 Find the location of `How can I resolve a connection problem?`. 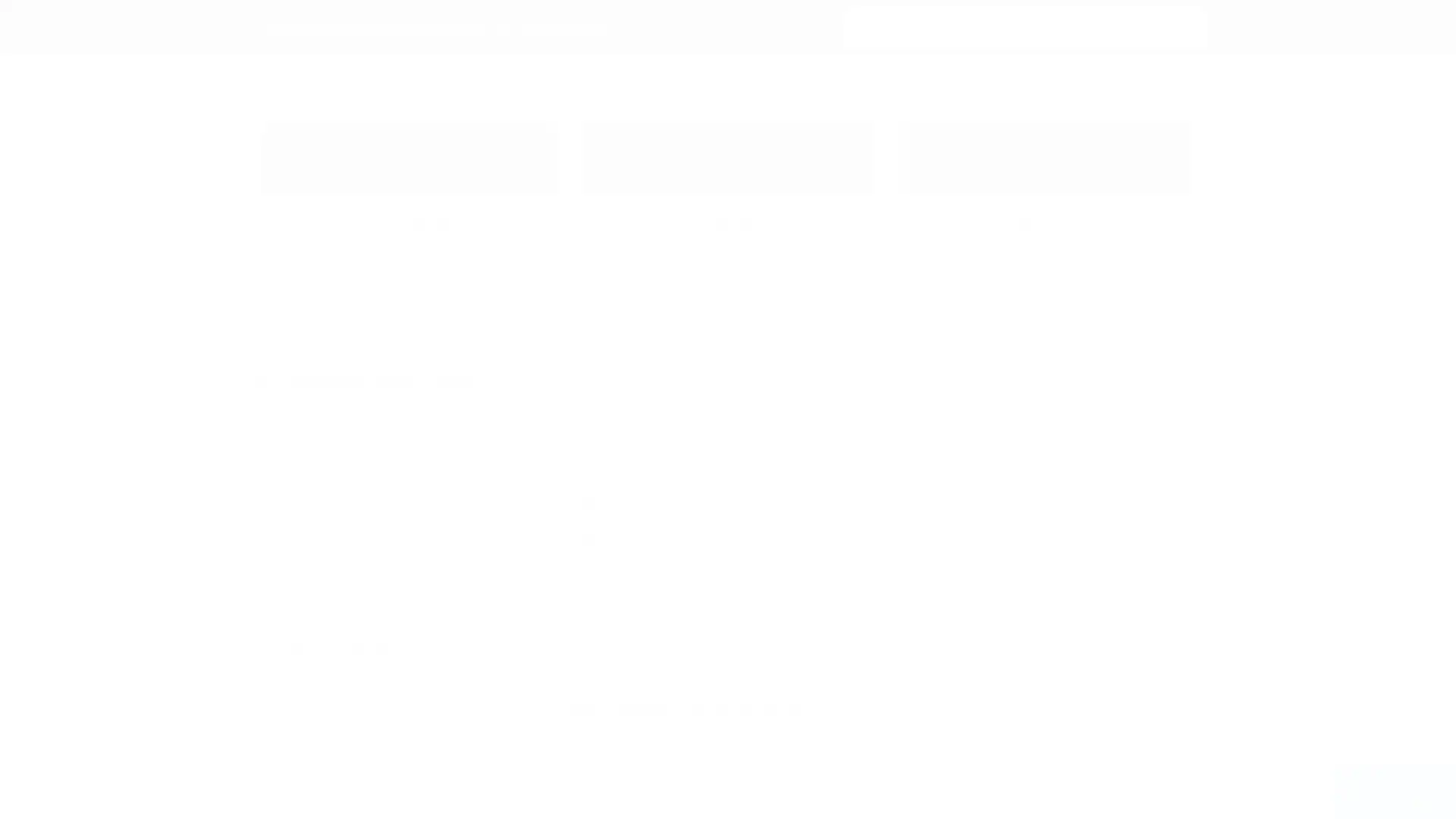

How can I resolve a connection problem? is located at coordinates (677, 472).